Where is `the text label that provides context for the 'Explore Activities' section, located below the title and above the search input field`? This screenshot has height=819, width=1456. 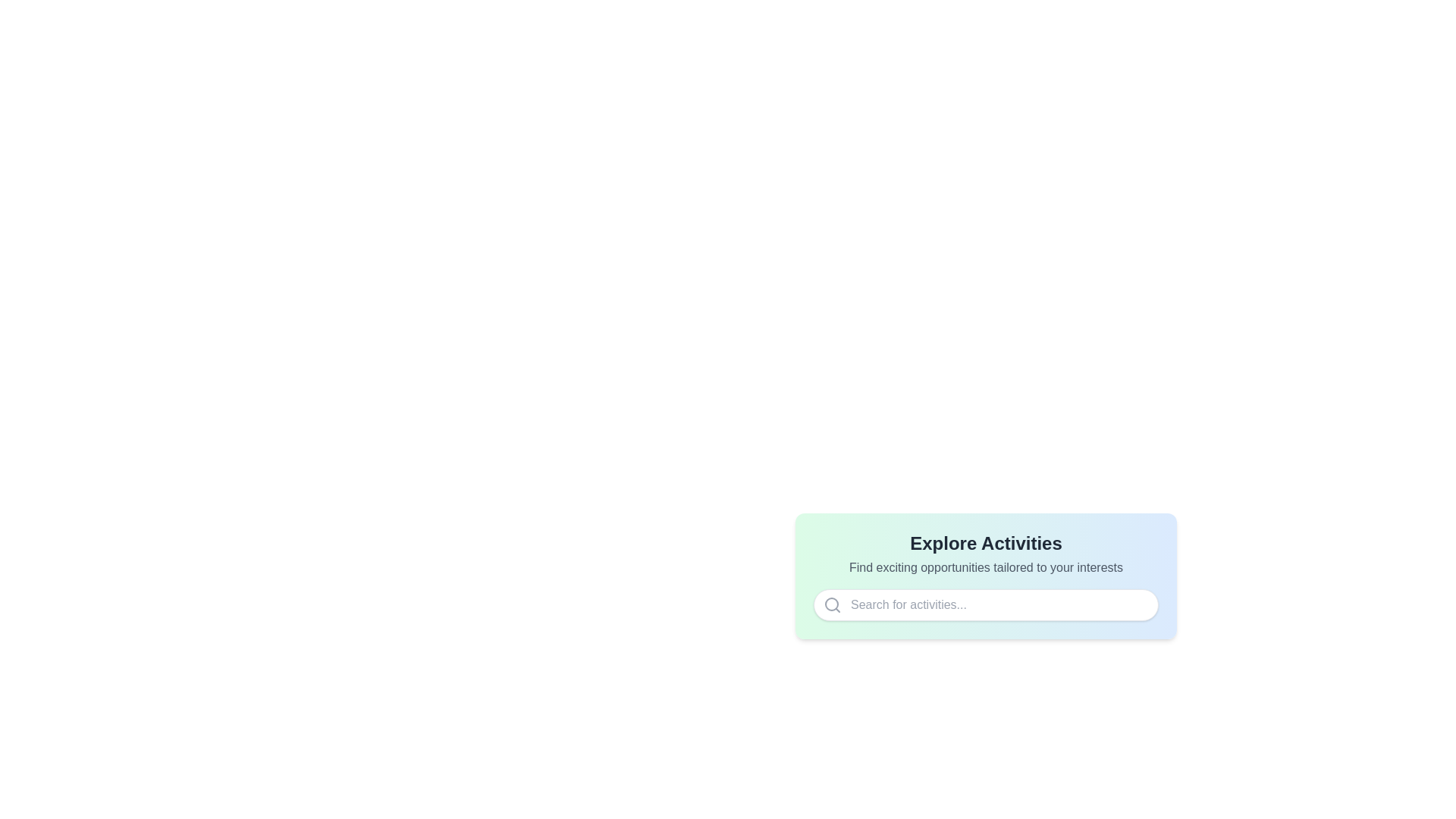
the text label that provides context for the 'Explore Activities' section, located below the title and above the search input field is located at coordinates (986, 567).